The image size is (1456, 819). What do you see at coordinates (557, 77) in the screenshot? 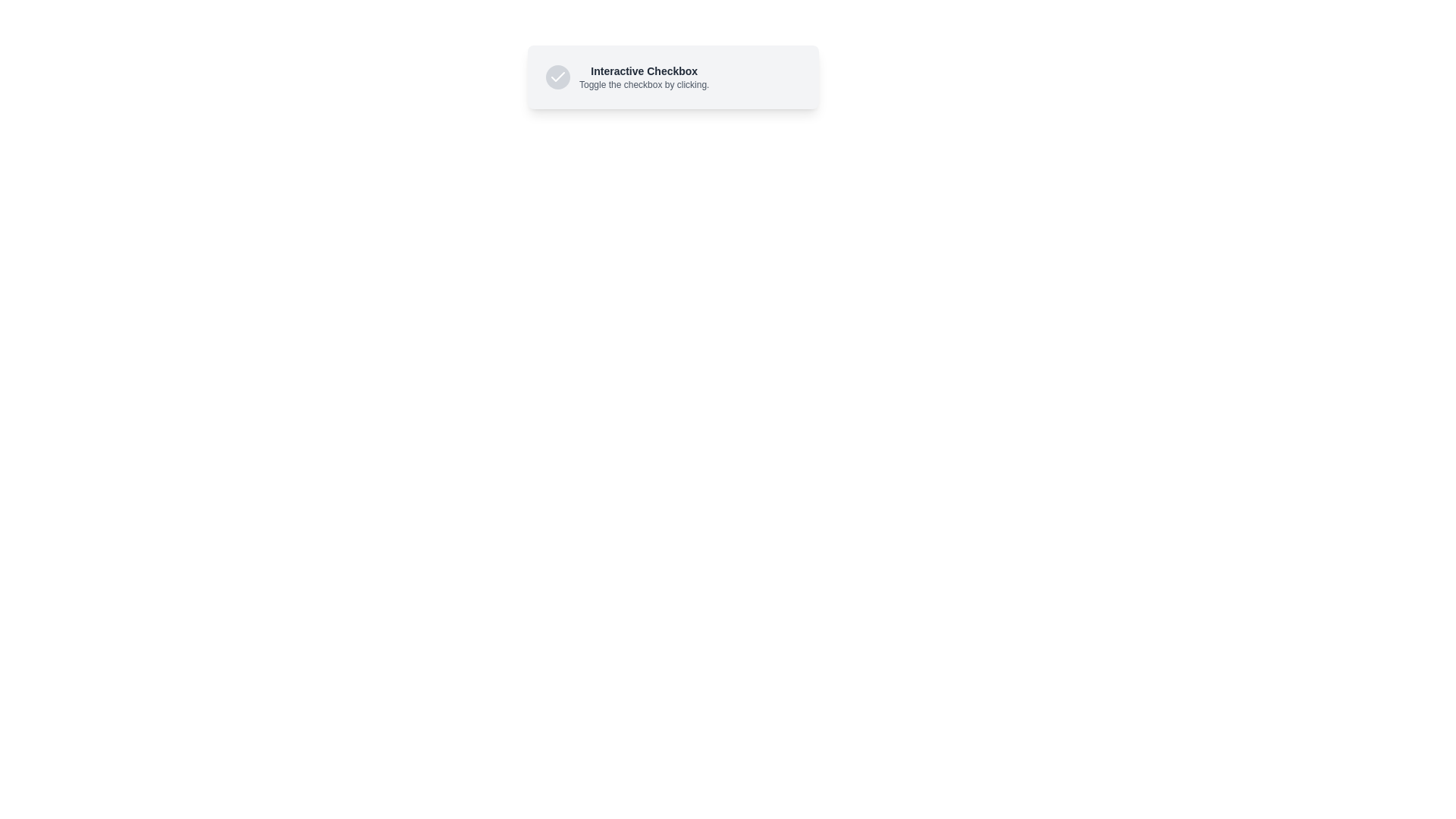
I see `the Circular Toggle Button located in the 'Interactive Checkbox' section` at bounding box center [557, 77].